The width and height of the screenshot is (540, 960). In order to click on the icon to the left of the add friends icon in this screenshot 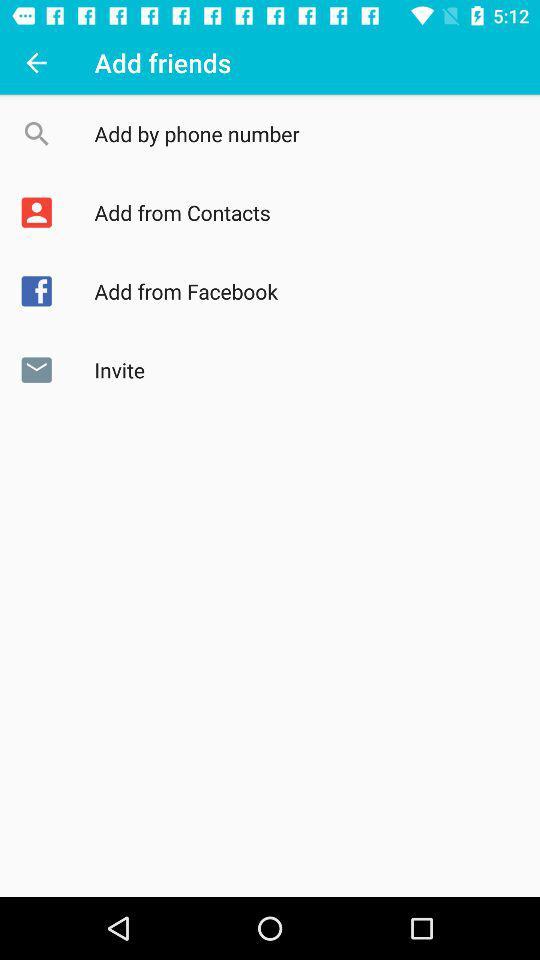, I will do `click(36, 62)`.